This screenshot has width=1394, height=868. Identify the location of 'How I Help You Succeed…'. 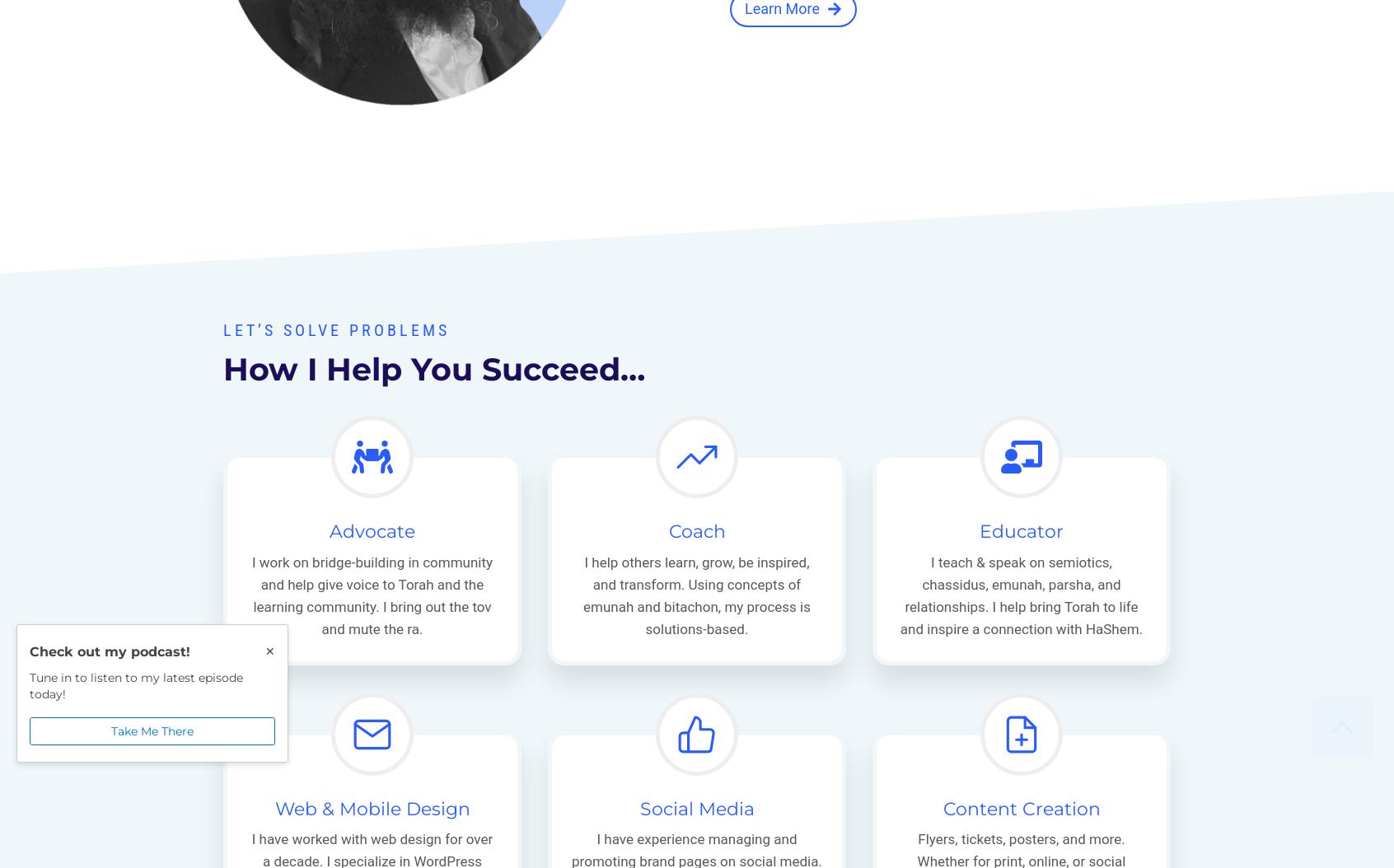
(434, 368).